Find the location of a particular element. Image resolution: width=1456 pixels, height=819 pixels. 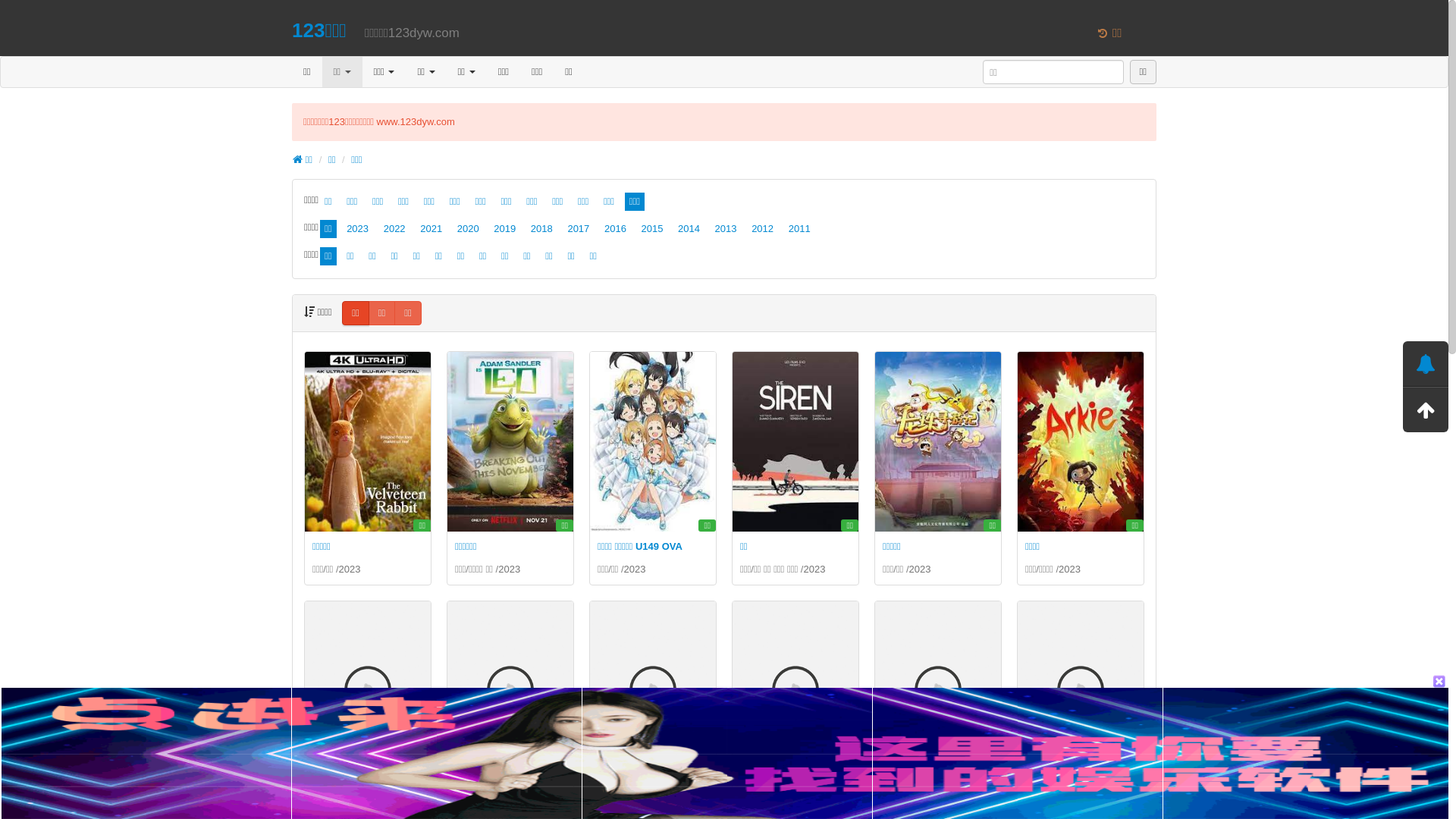

'2012' is located at coordinates (762, 228).